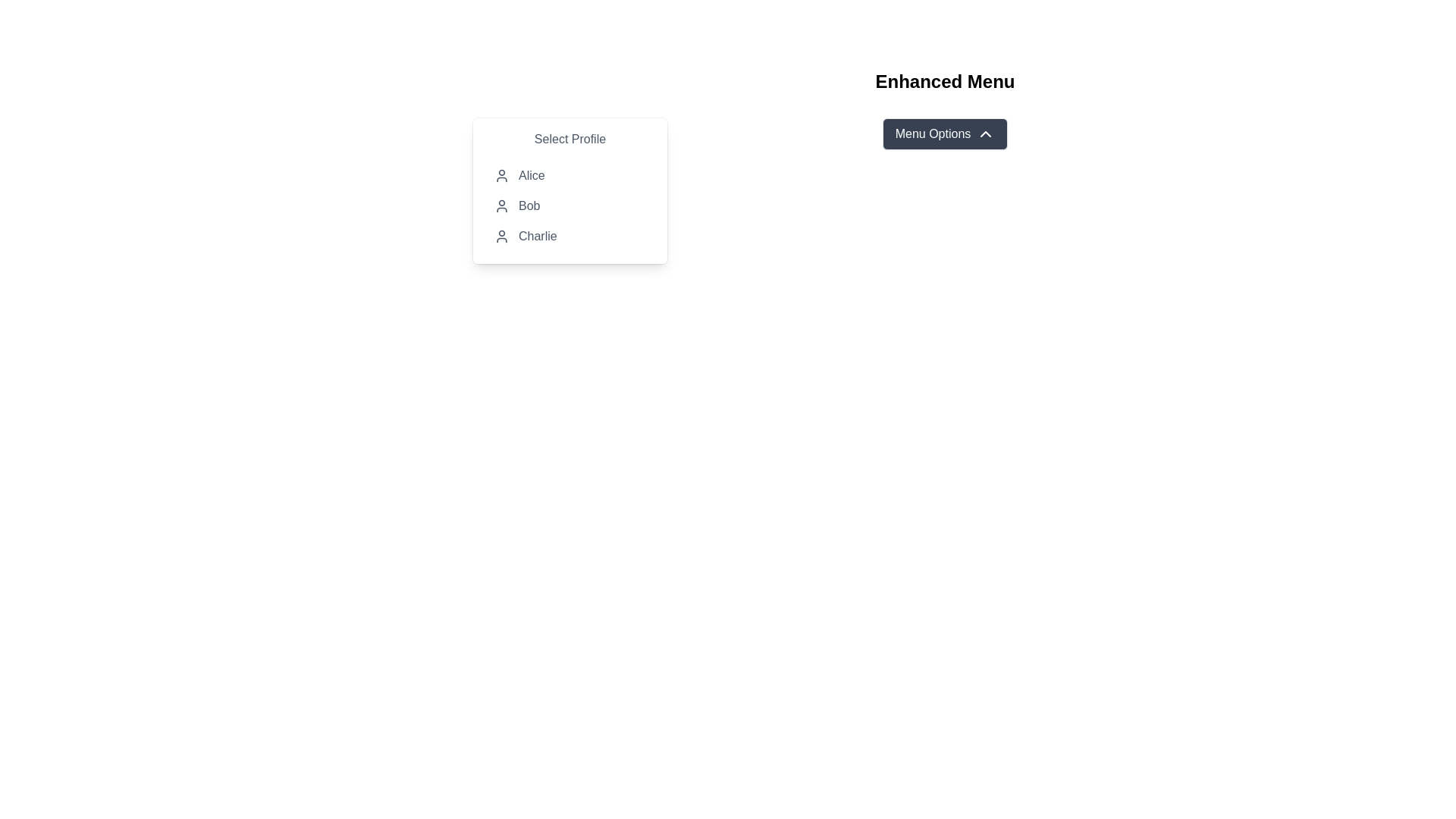  Describe the element at coordinates (524, 237) in the screenshot. I see `the third item in the dropdown menu` at that location.